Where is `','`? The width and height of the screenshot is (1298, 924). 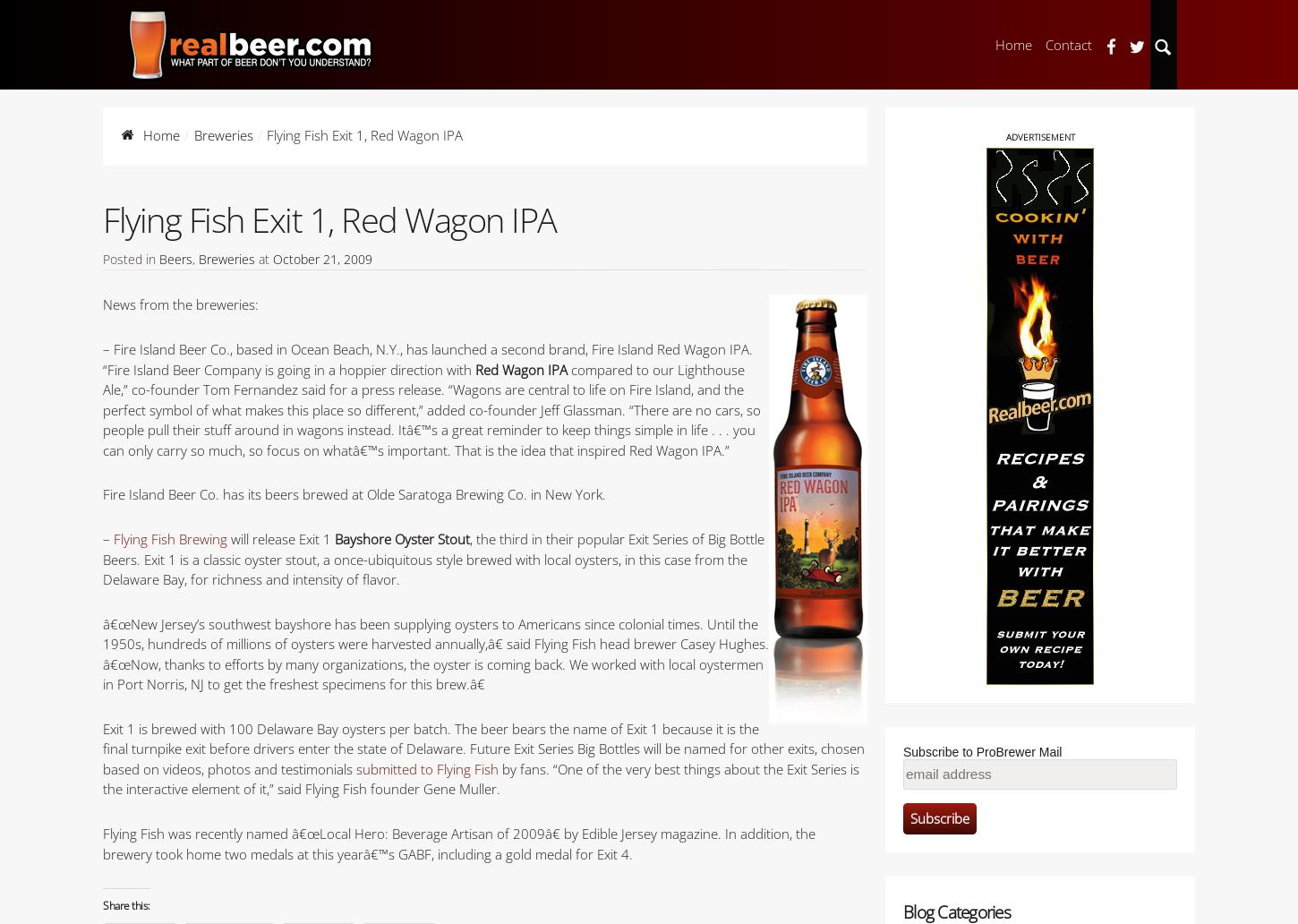 ',' is located at coordinates (194, 258).